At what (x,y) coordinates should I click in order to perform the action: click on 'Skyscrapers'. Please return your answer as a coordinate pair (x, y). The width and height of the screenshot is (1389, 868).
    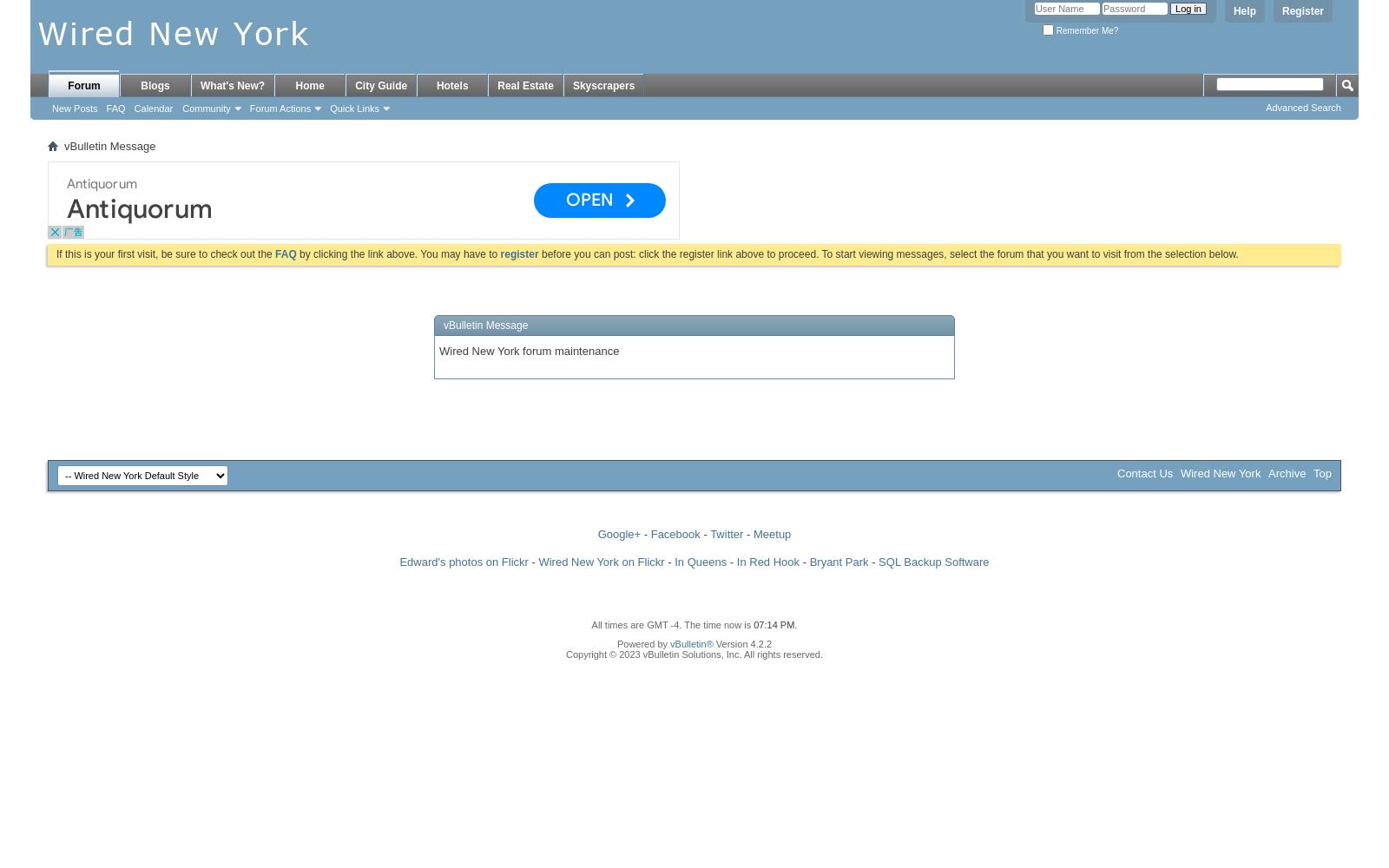
    Looking at the image, I should click on (603, 85).